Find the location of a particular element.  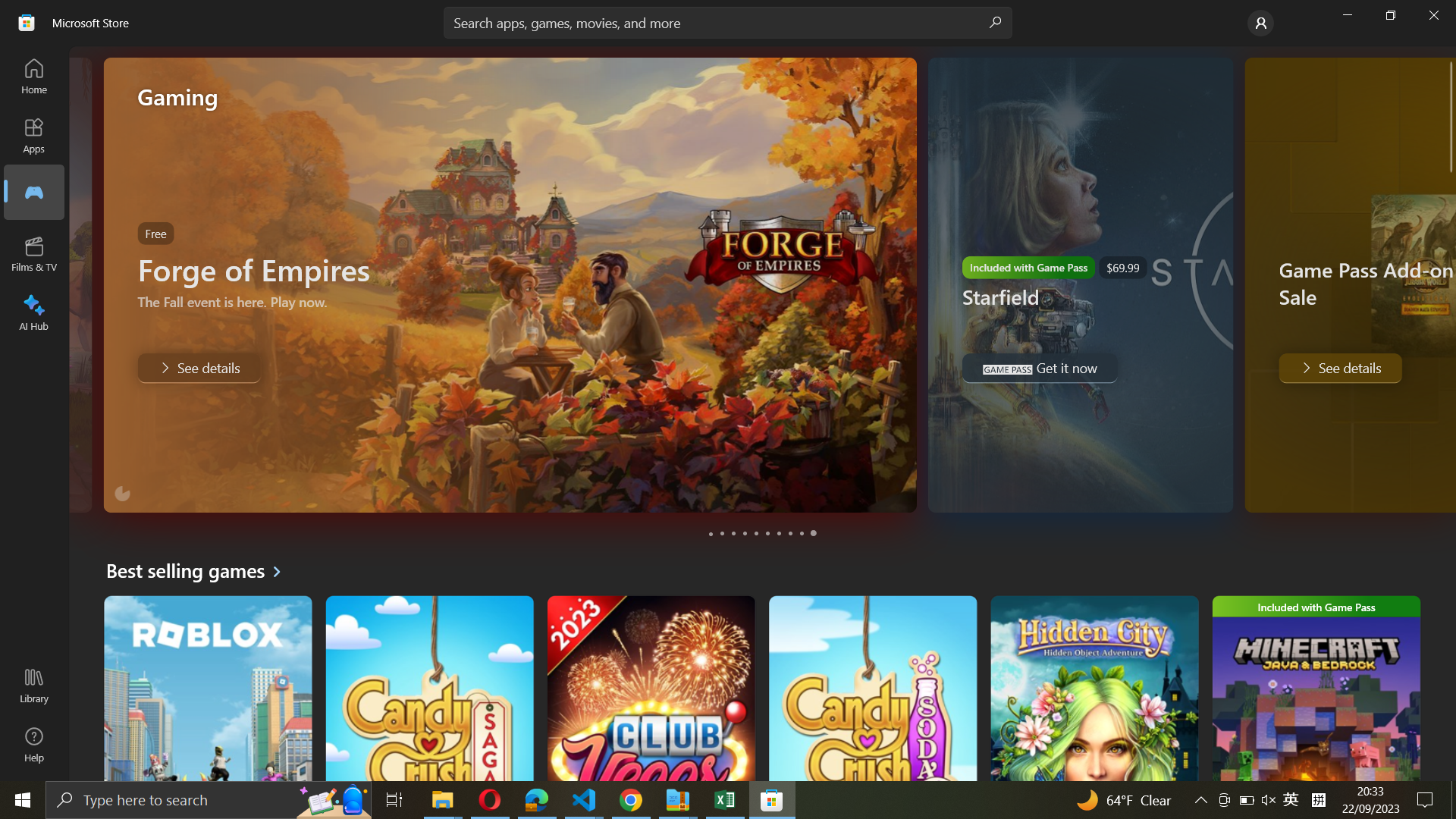

the "Help" section in the menu is located at coordinates (33, 745).